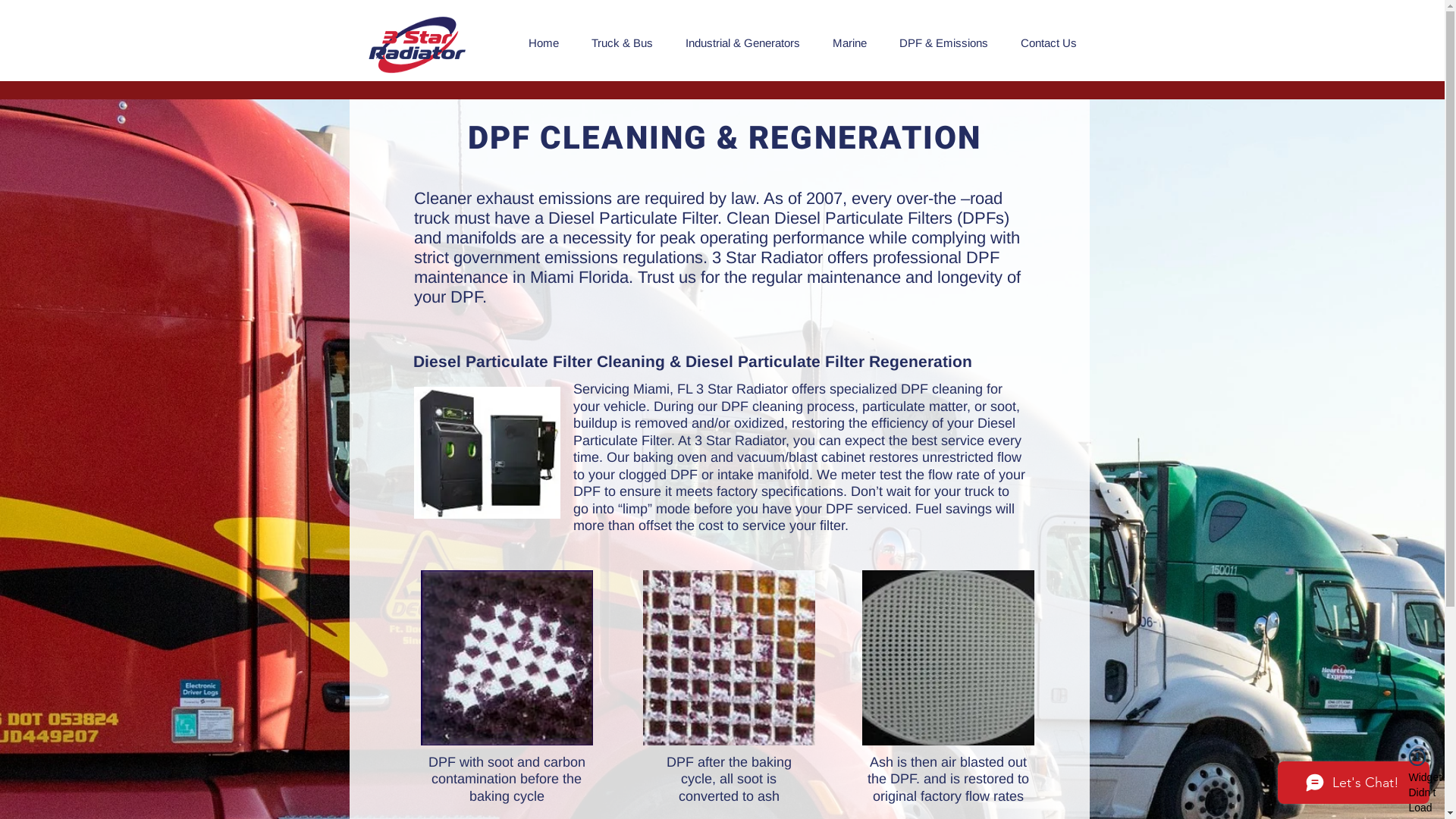 The image size is (1456, 819). I want to click on 'Marine', so click(848, 42).